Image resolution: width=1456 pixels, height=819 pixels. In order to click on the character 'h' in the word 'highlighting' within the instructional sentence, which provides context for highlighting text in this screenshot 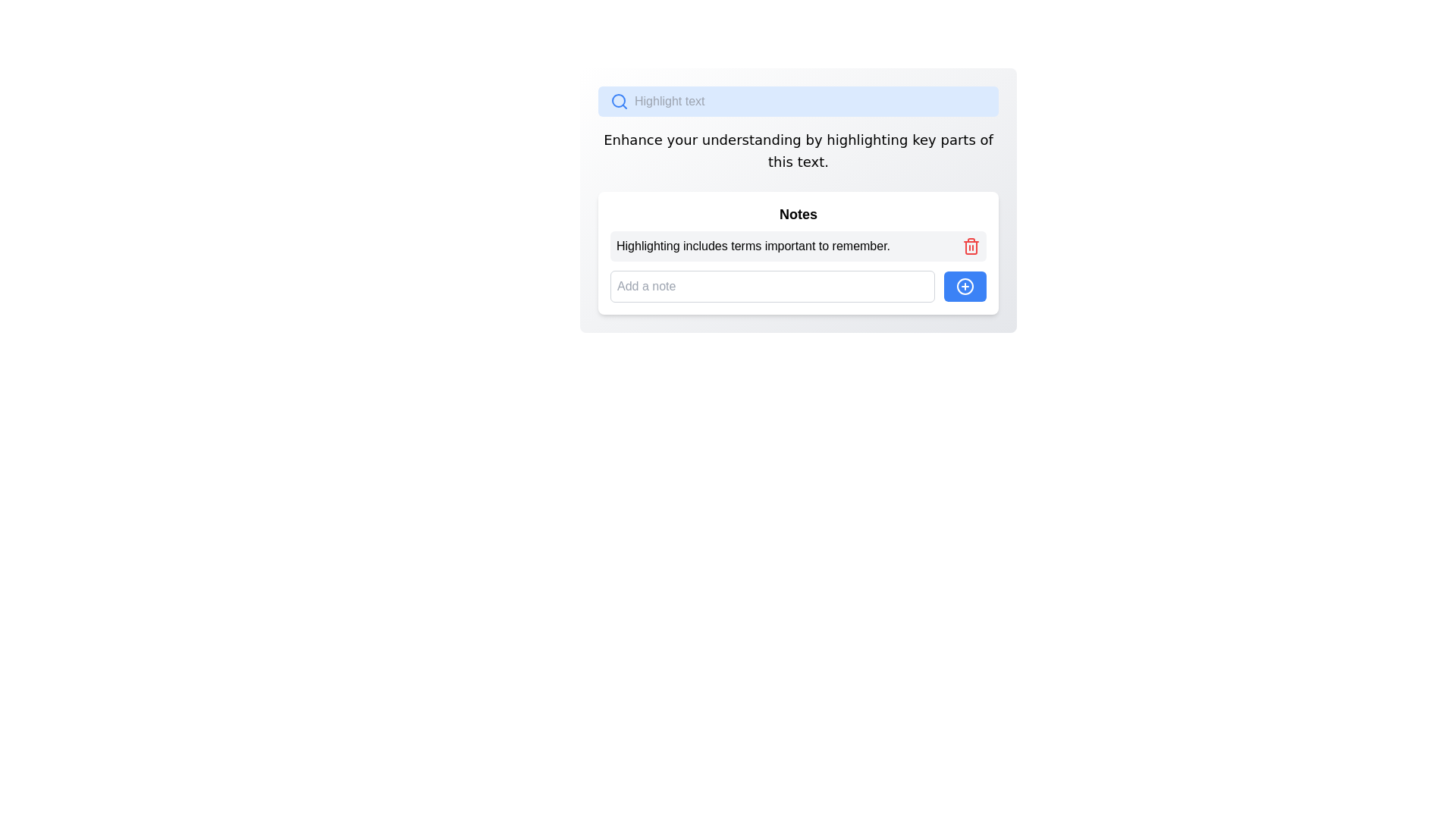, I will do `click(830, 140)`.